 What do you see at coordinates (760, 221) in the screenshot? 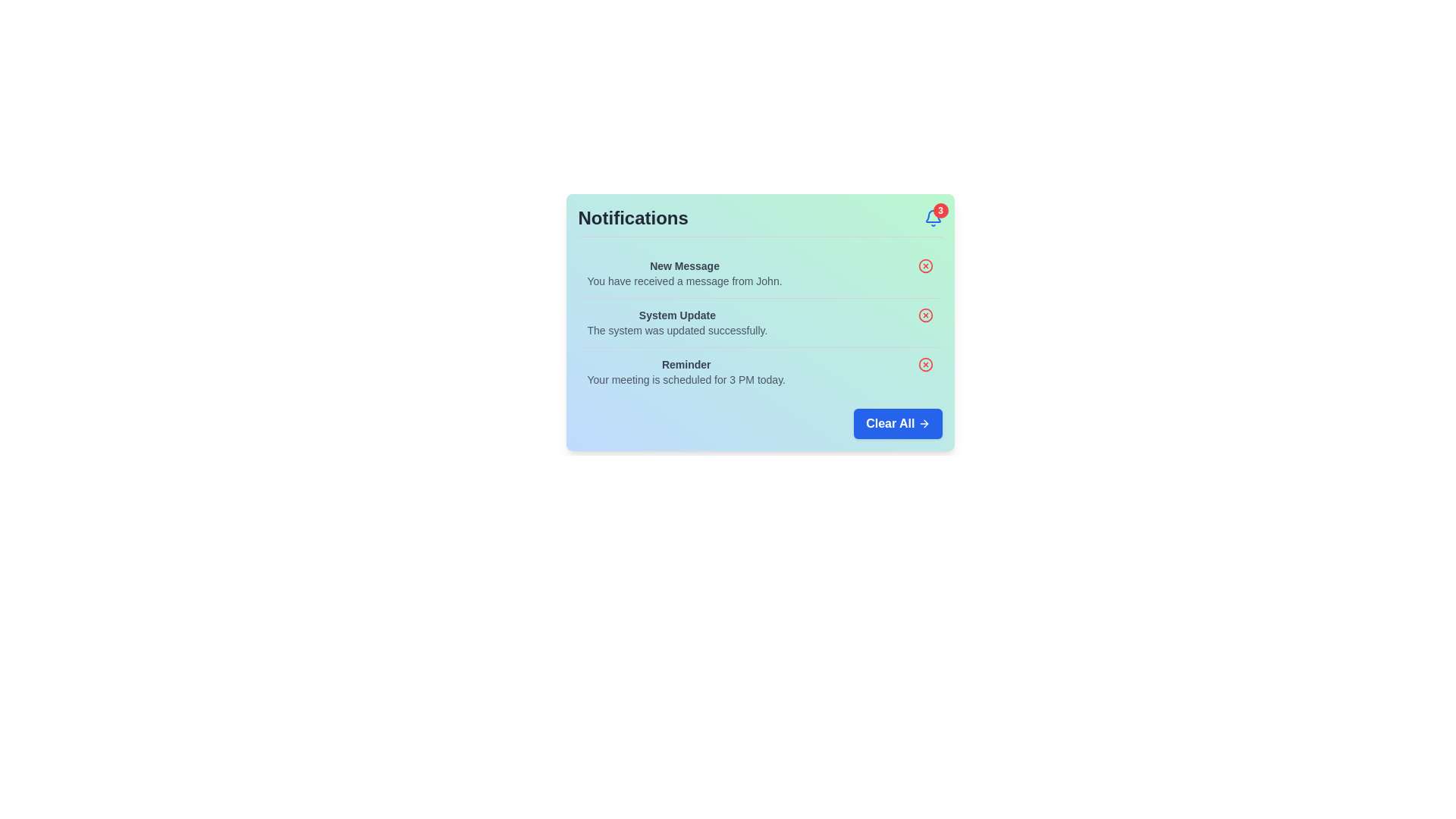
I see `badge displaying the notification count on the title bar of the notification panel, which is located at the top section of the card` at bounding box center [760, 221].